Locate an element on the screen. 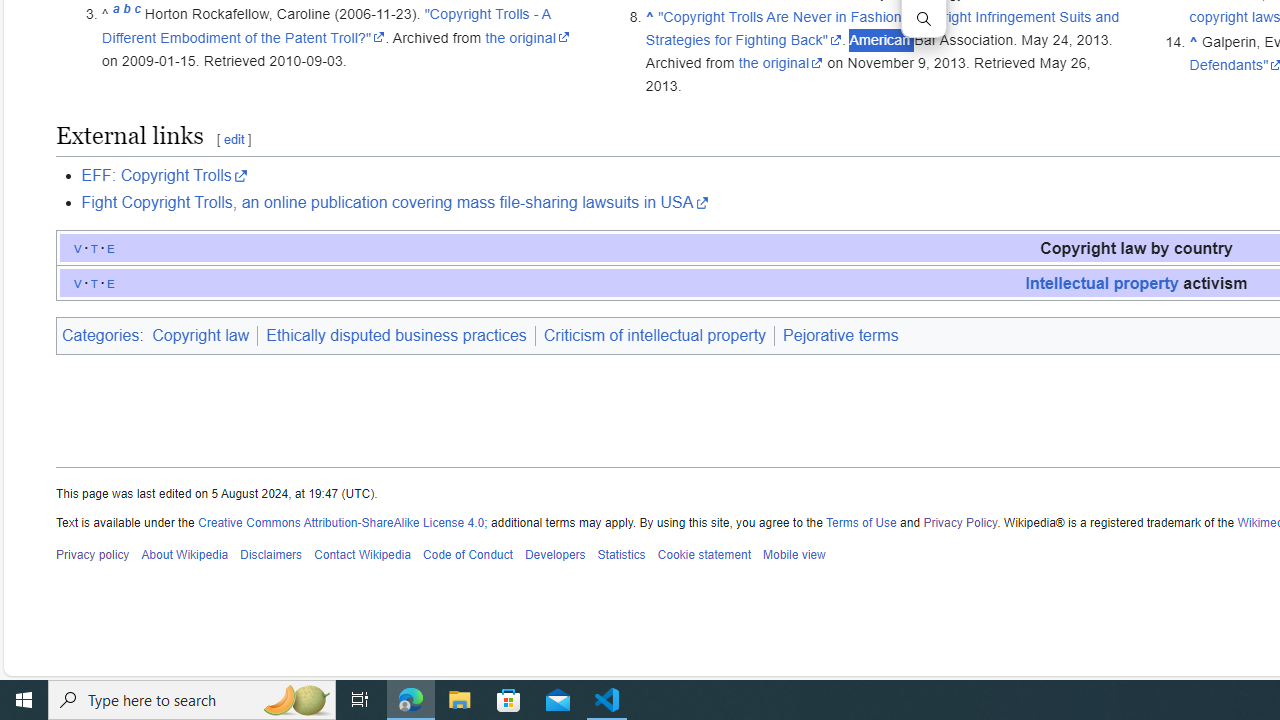 This screenshot has width=1280, height=720. 'Contact Wikipedia' is located at coordinates (362, 555).